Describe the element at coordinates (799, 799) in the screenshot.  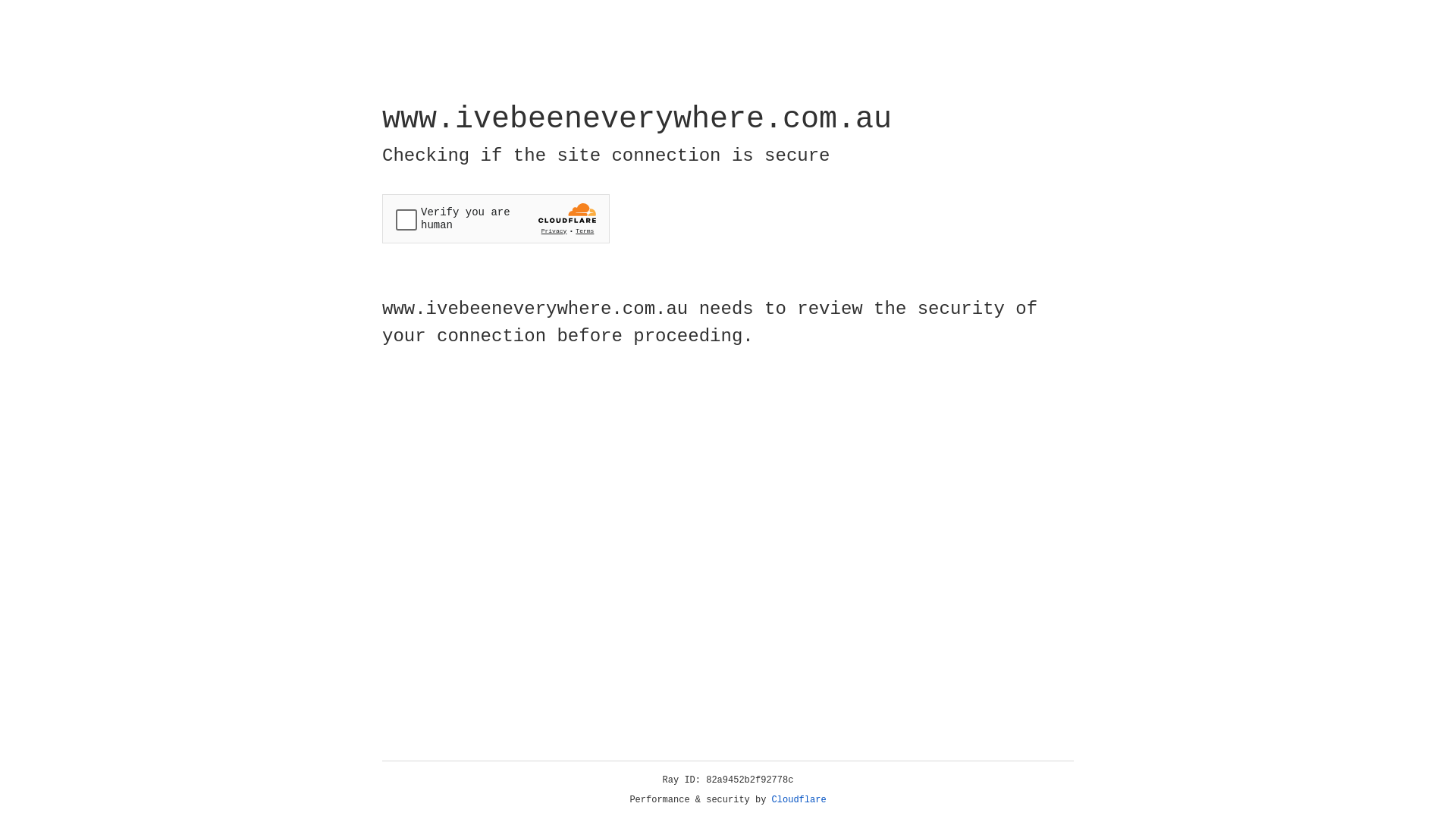
I see `'Cloudflare'` at that location.